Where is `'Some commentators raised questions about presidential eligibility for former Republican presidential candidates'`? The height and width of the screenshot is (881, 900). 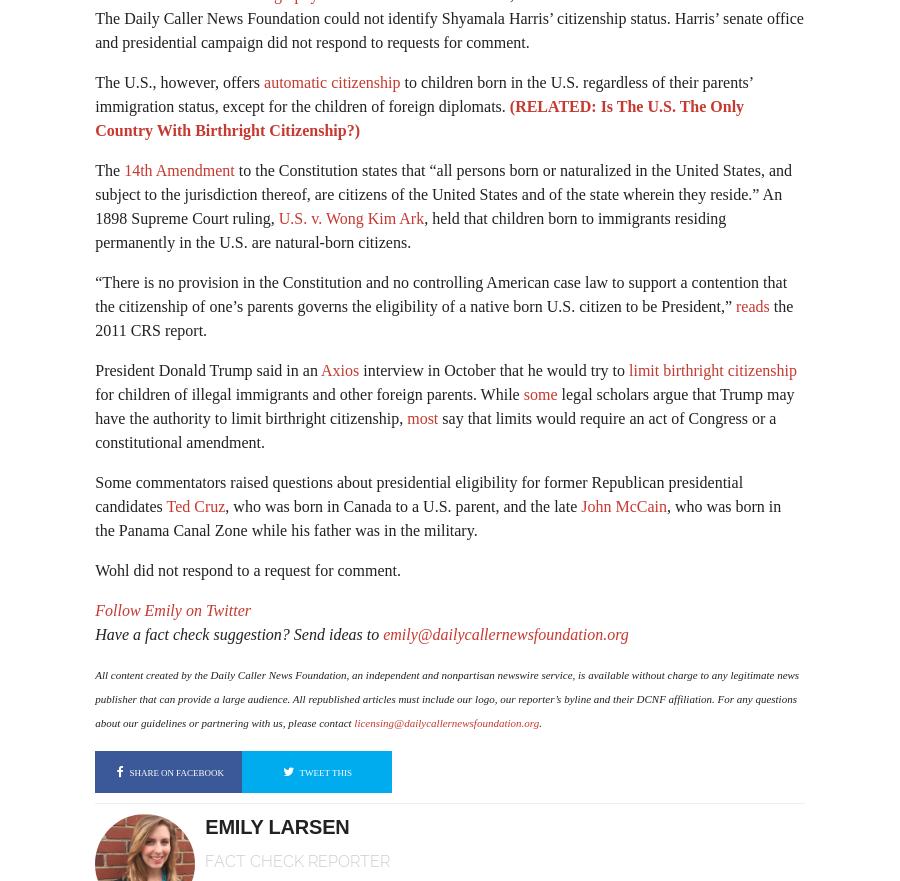
'Some commentators raised questions about presidential eligibility for former Republican presidential candidates' is located at coordinates (419, 493).